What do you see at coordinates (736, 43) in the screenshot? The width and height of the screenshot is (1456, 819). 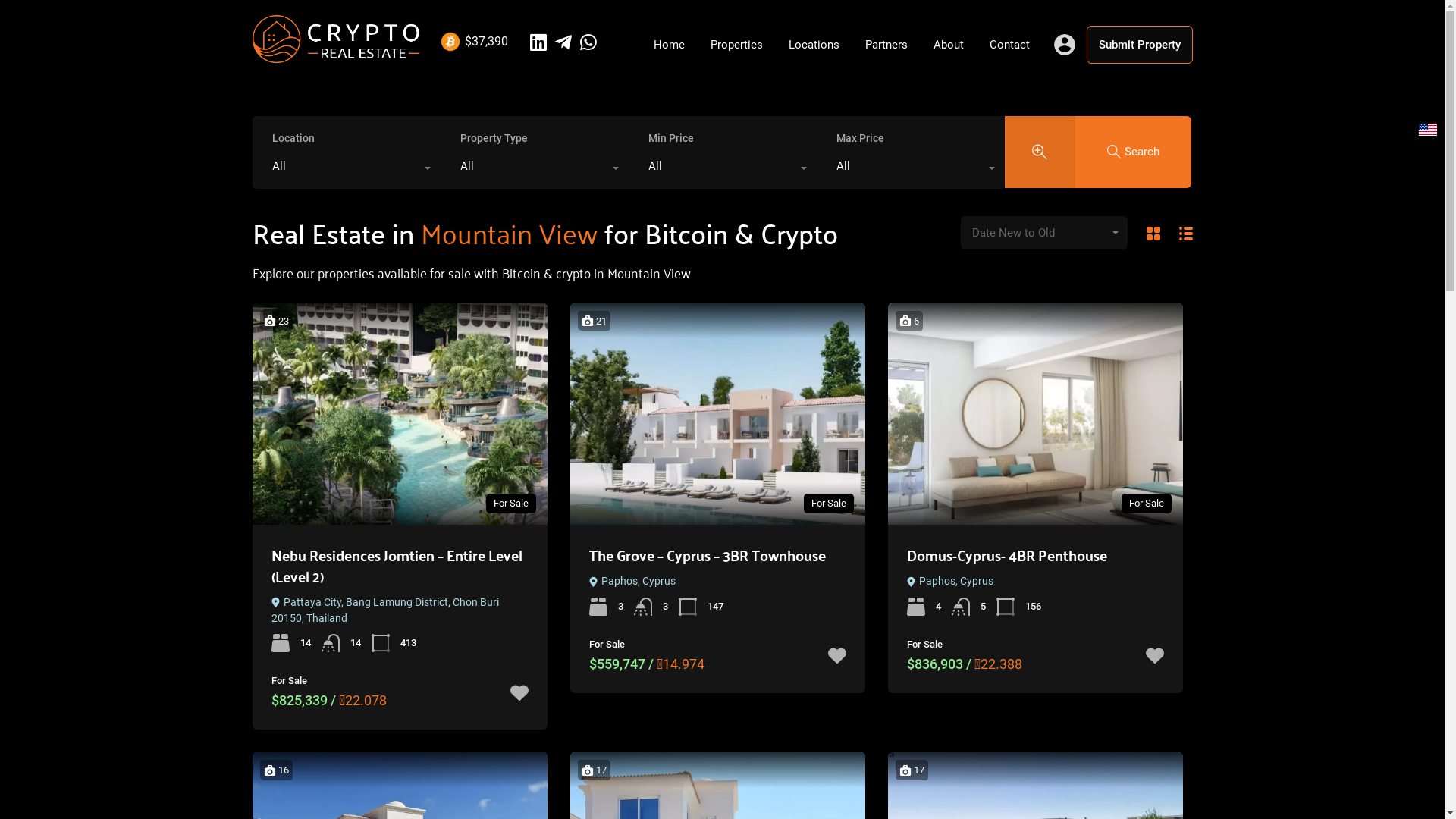 I see `'Properties'` at bounding box center [736, 43].